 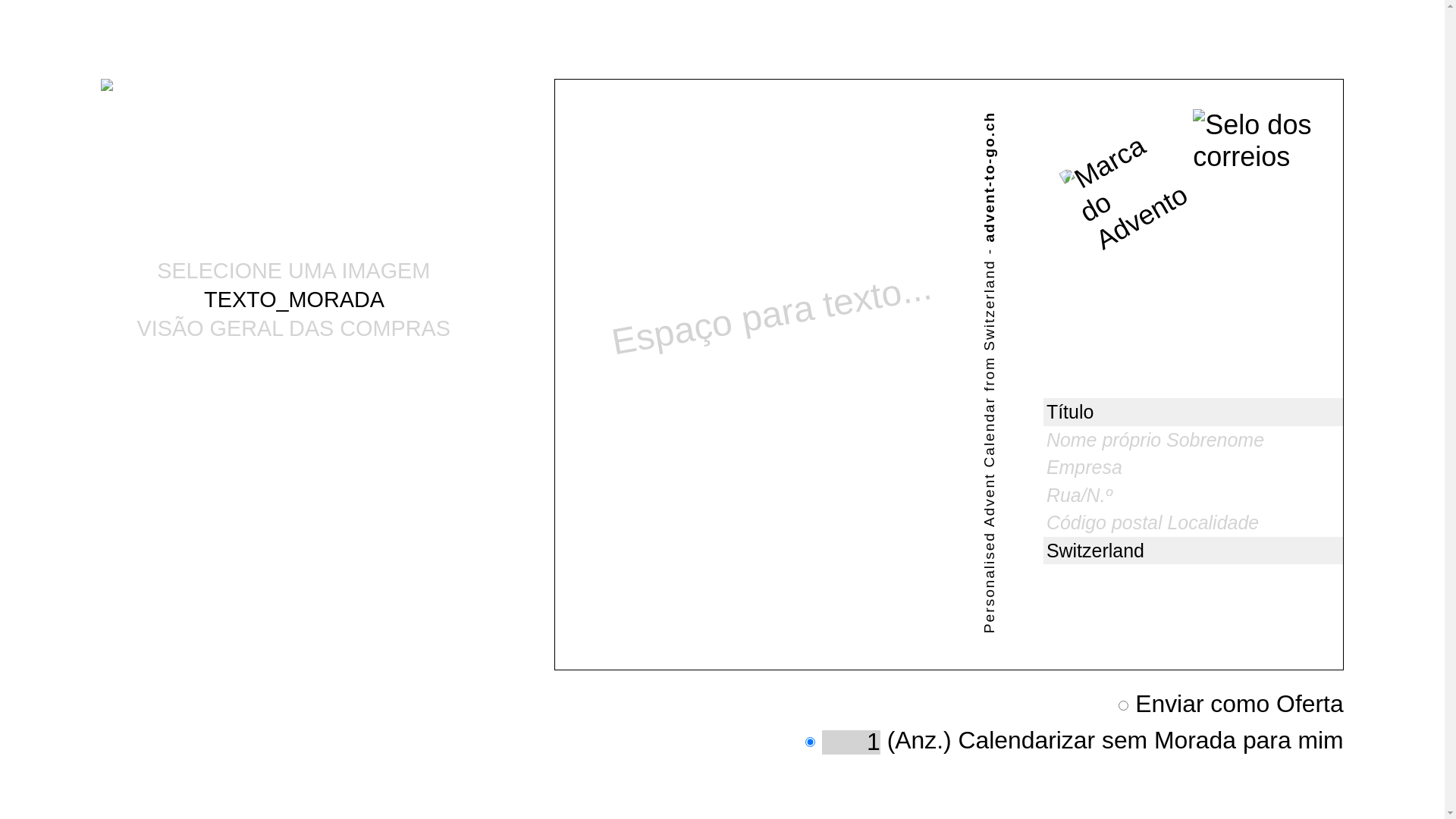 What do you see at coordinates (293, 270) in the screenshot?
I see `'SELECIONE UMA IMAGEM'` at bounding box center [293, 270].